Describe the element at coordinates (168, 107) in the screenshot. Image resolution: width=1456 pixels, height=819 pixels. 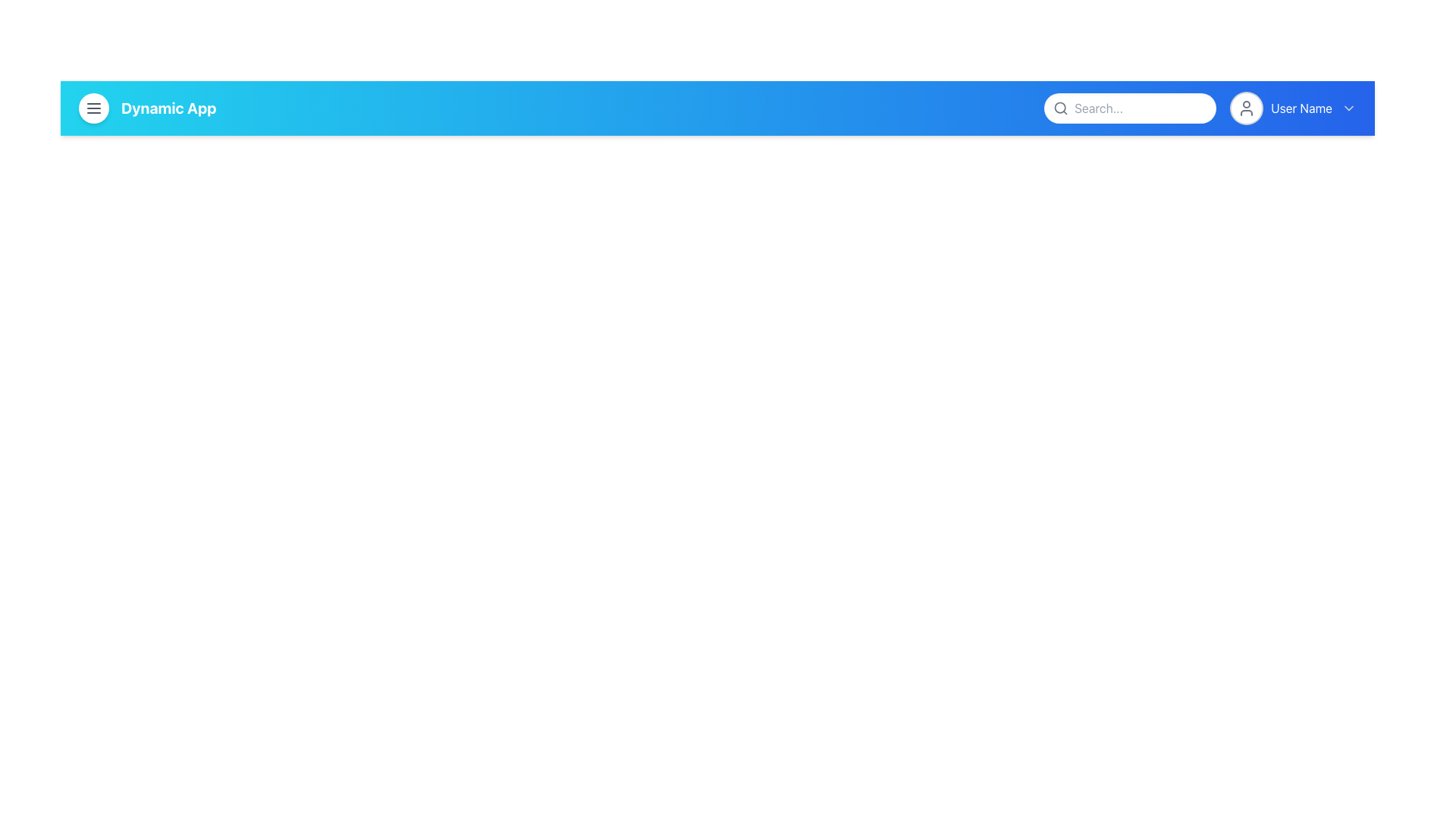
I see `the Text Label that serves as a title or identifier for the application, located in the navigation bar's left section, immediately to the right of an interactive icon button` at that location.